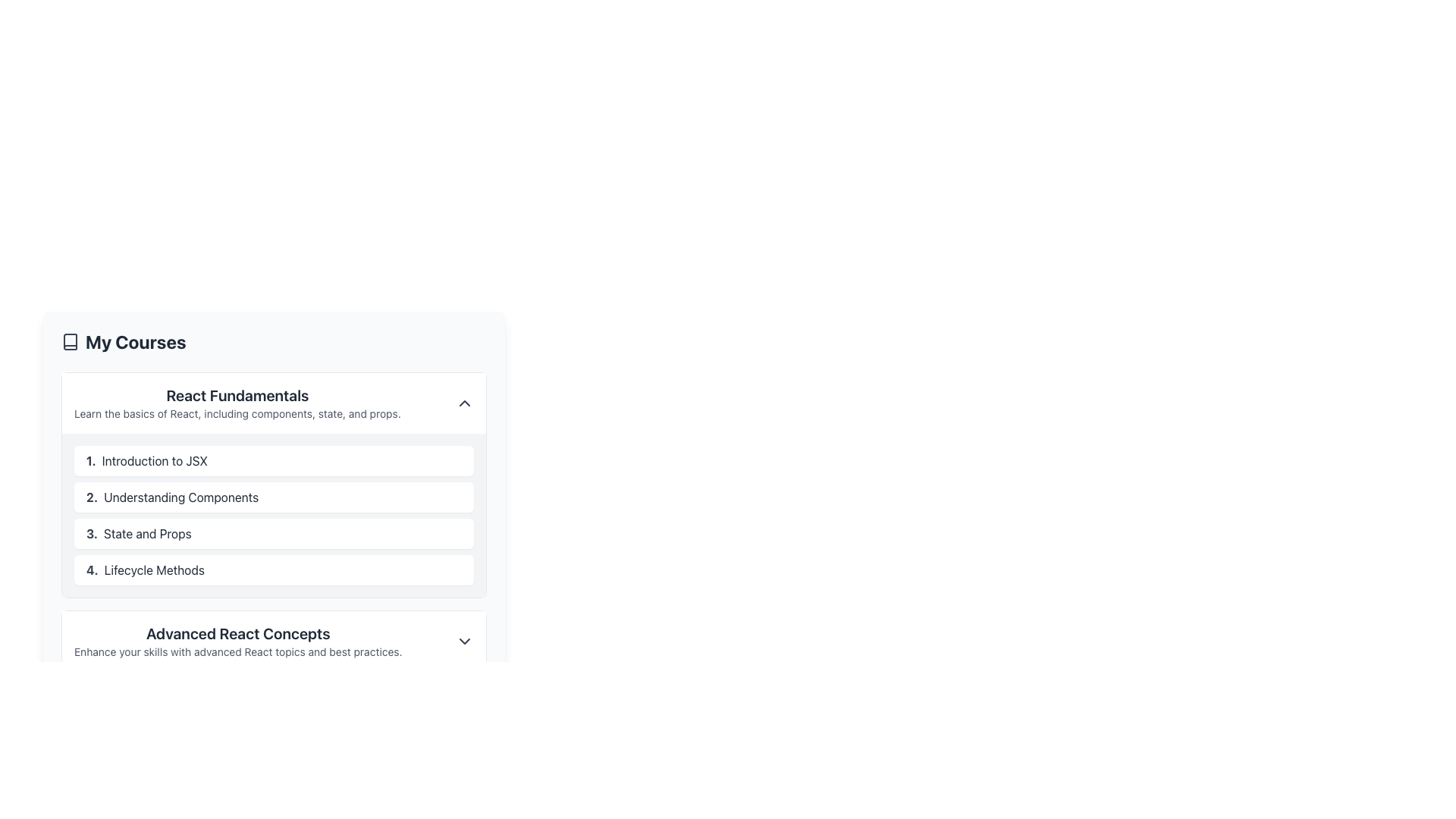  What do you see at coordinates (91, 570) in the screenshot?
I see `the text label 'Lifecycle Methods' adjacent to the numeral '4' in the list of sections` at bounding box center [91, 570].